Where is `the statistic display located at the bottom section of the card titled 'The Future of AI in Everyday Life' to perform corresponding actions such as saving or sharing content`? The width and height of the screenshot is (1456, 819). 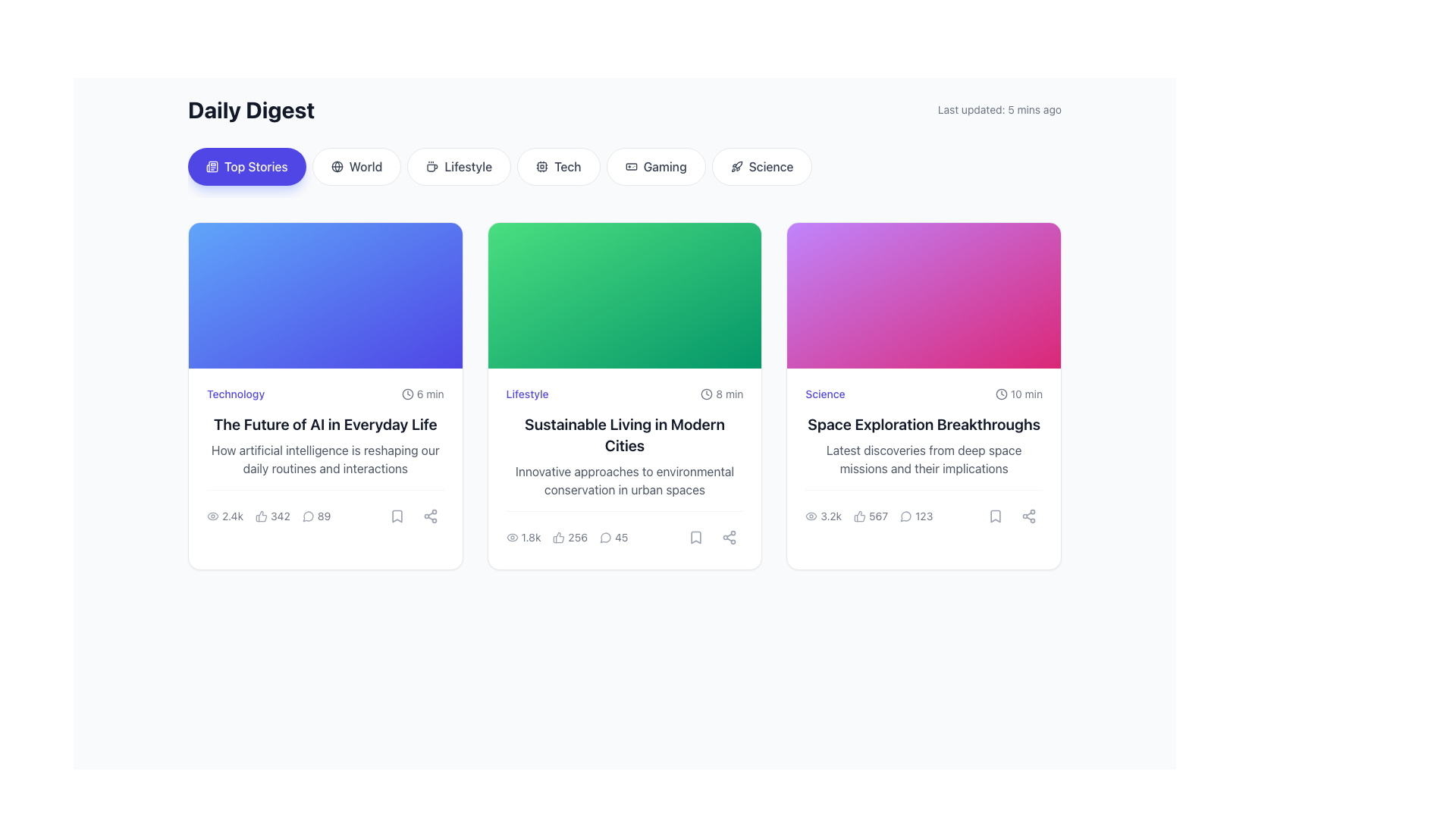
the statistic display located at the bottom section of the card titled 'The Future of AI in Everyday Life' to perform corresponding actions such as saving or sharing content is located at coordinates (325, 510).